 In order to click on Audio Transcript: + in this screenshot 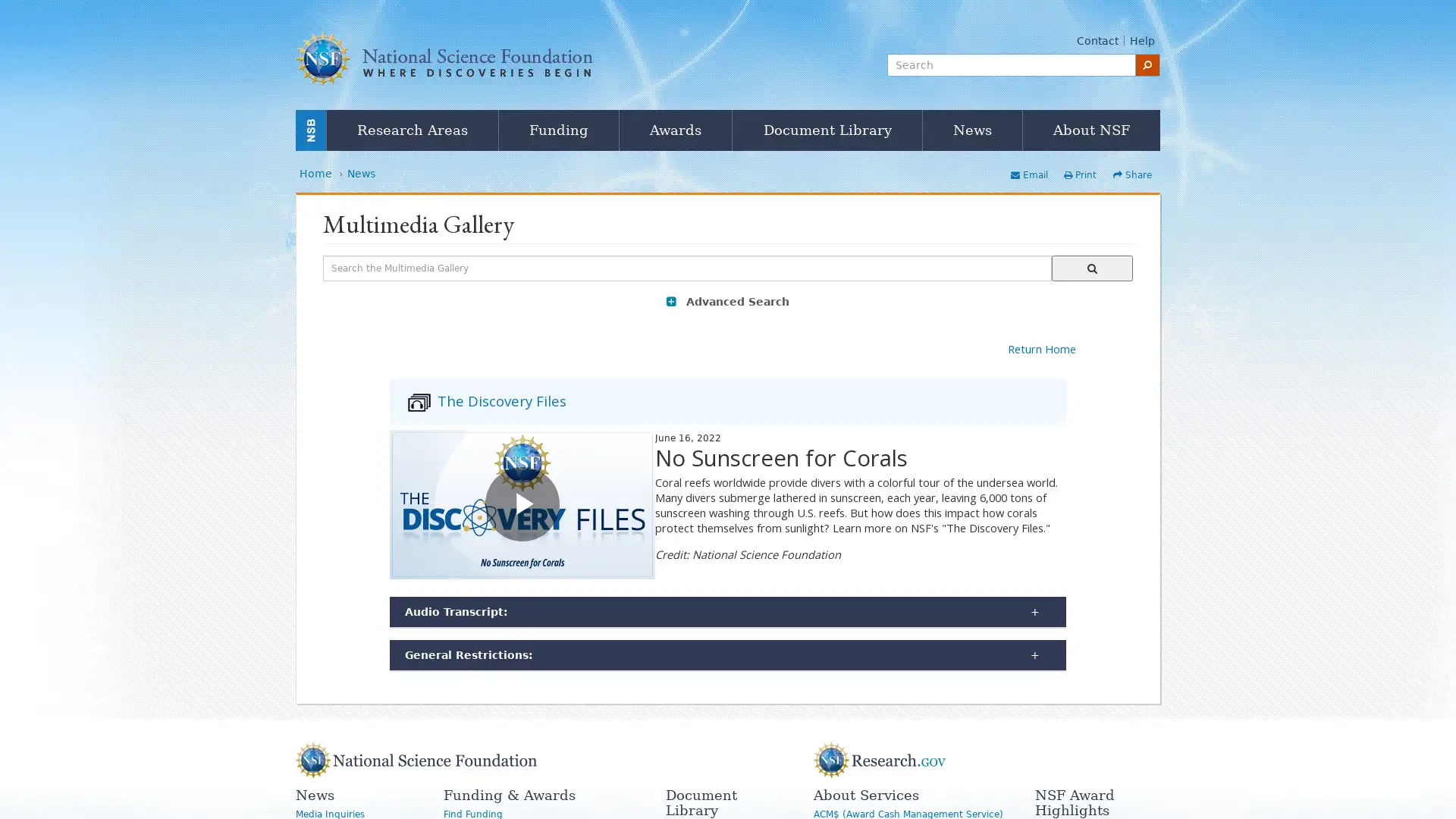, I will do `click(728, 610)`.